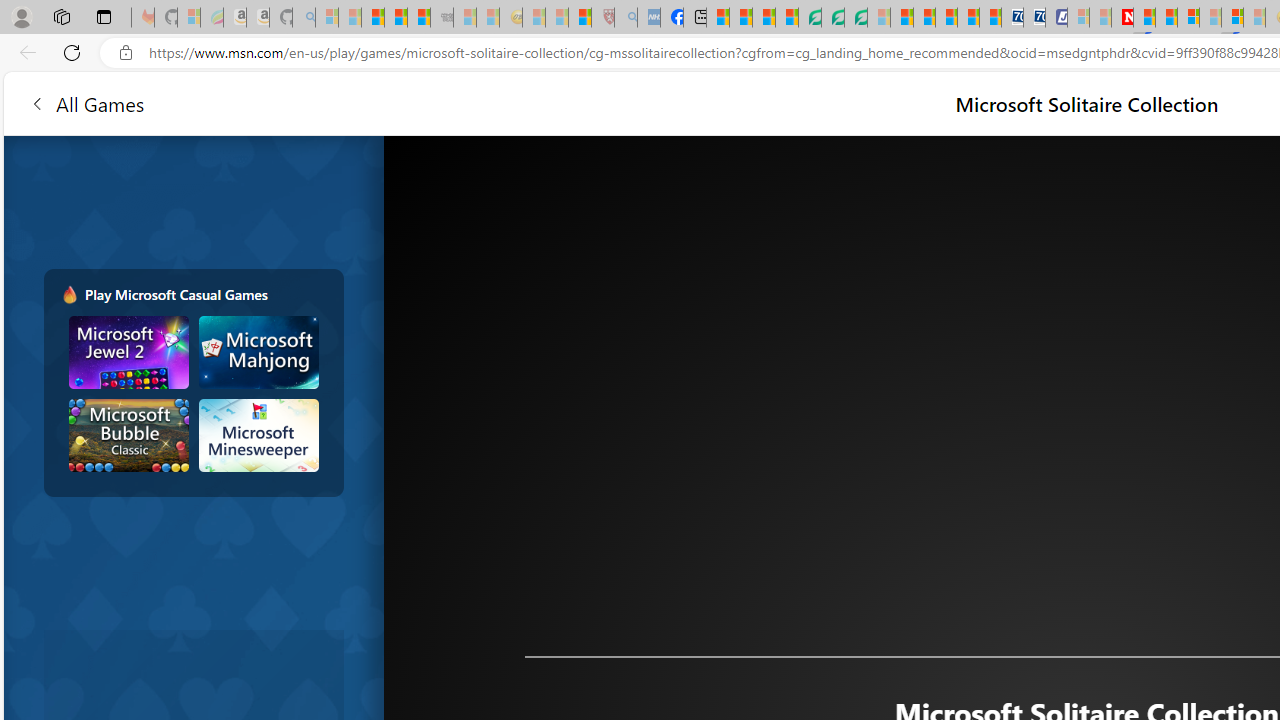 This screenshot has height=720, width=1280. Describe the element at coordinates (257, 434) in the screenshot. I see `'Microsoft Minesweeper'` at that location.